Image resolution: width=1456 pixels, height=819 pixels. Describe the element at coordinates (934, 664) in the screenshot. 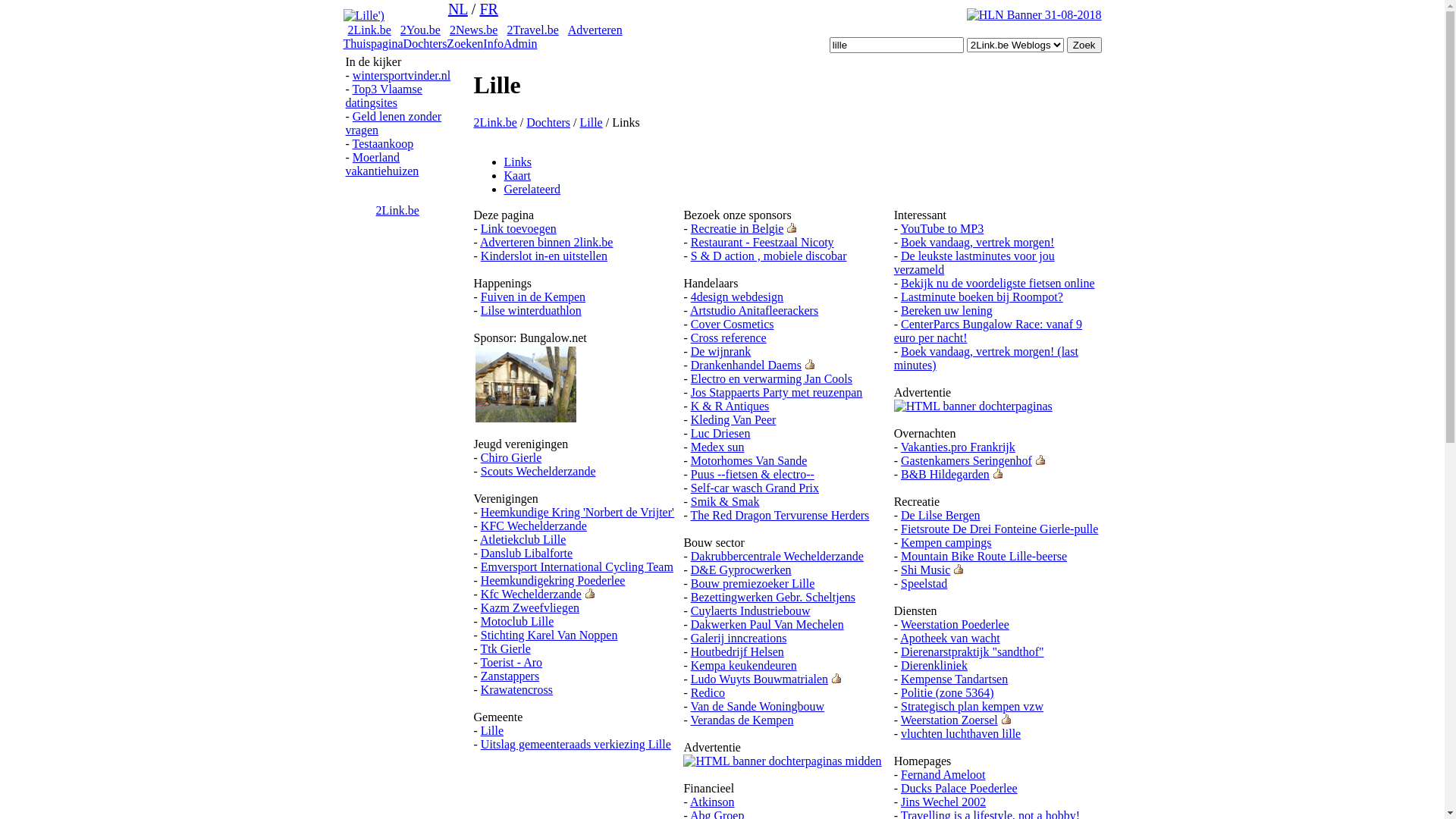

I see `'Dierenkliniek'` at that location.